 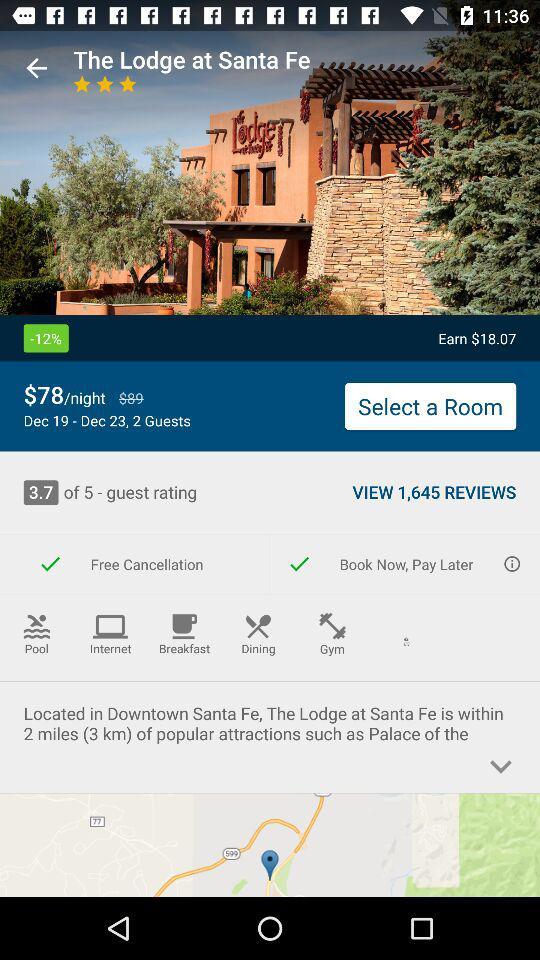 What do you see at coordinates (36, 68) in the screenshot?
I see `the icon above the -12%` at bounding box center [36, 68].